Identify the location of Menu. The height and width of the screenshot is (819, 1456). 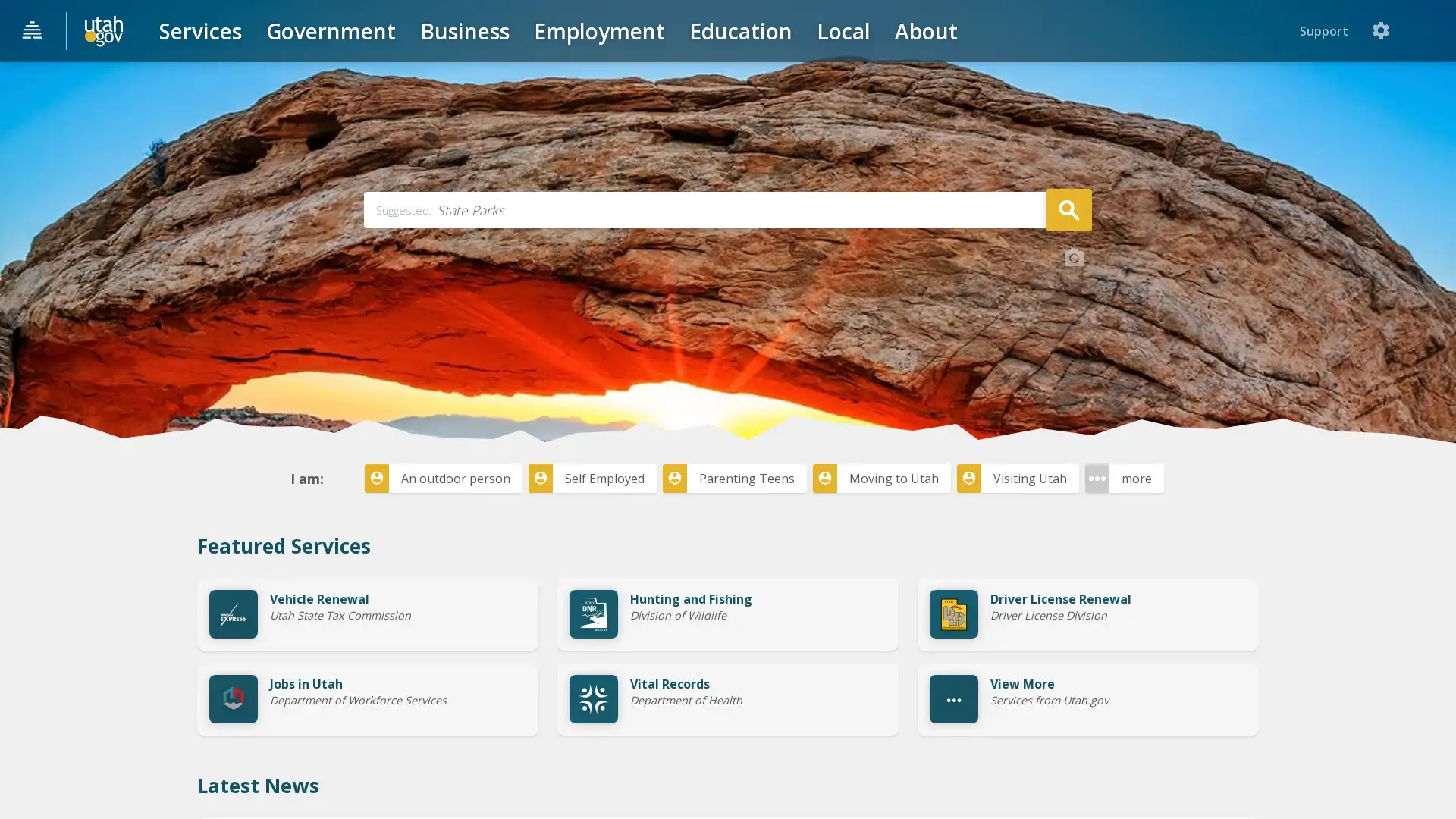
(33, 31).